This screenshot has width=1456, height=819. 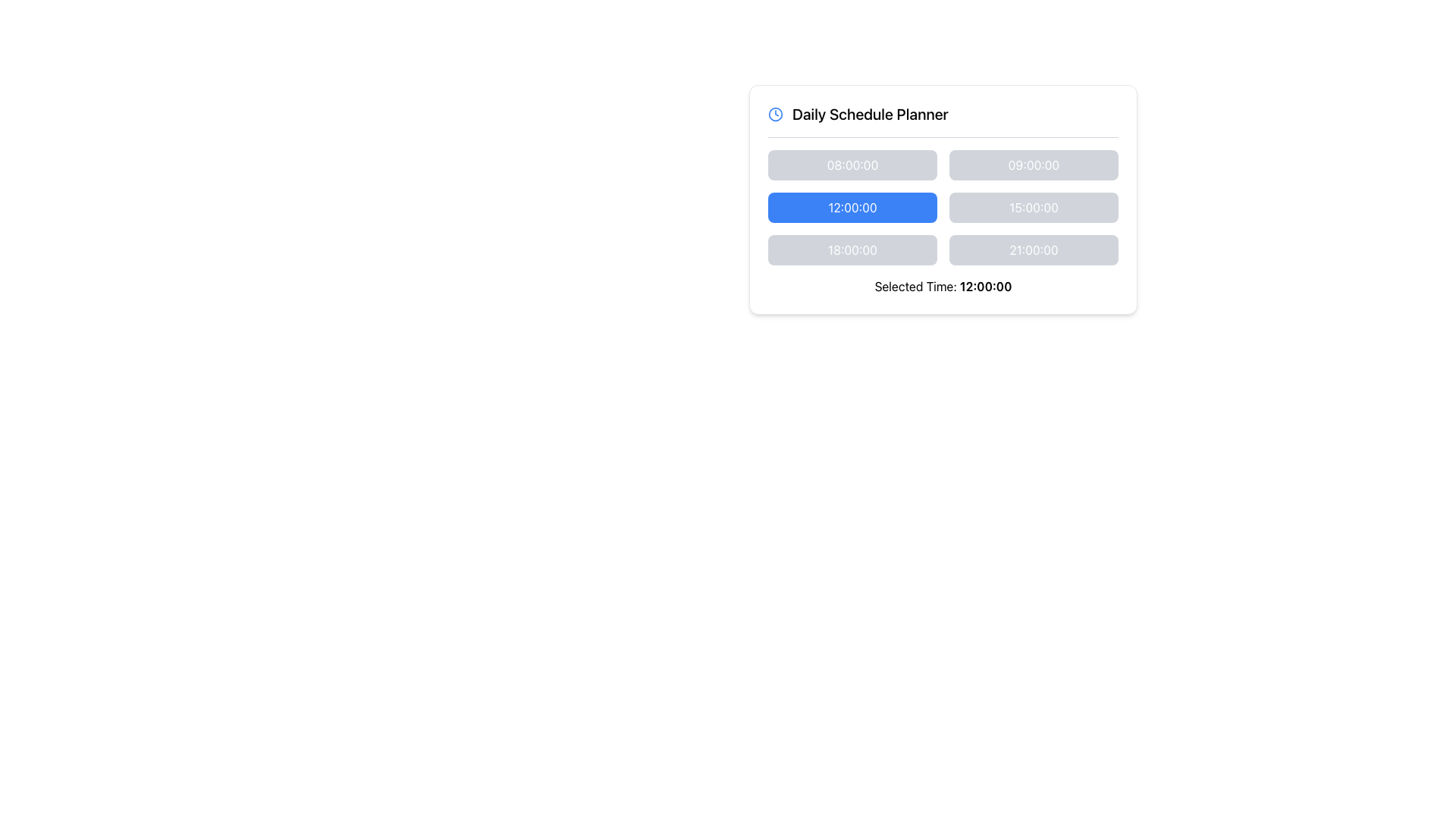 I want to click on the decorative clock face graphic within the SVG icon located in the top-left area of the 'Daily Schedule Planner' card, so click(x=775, y=113).